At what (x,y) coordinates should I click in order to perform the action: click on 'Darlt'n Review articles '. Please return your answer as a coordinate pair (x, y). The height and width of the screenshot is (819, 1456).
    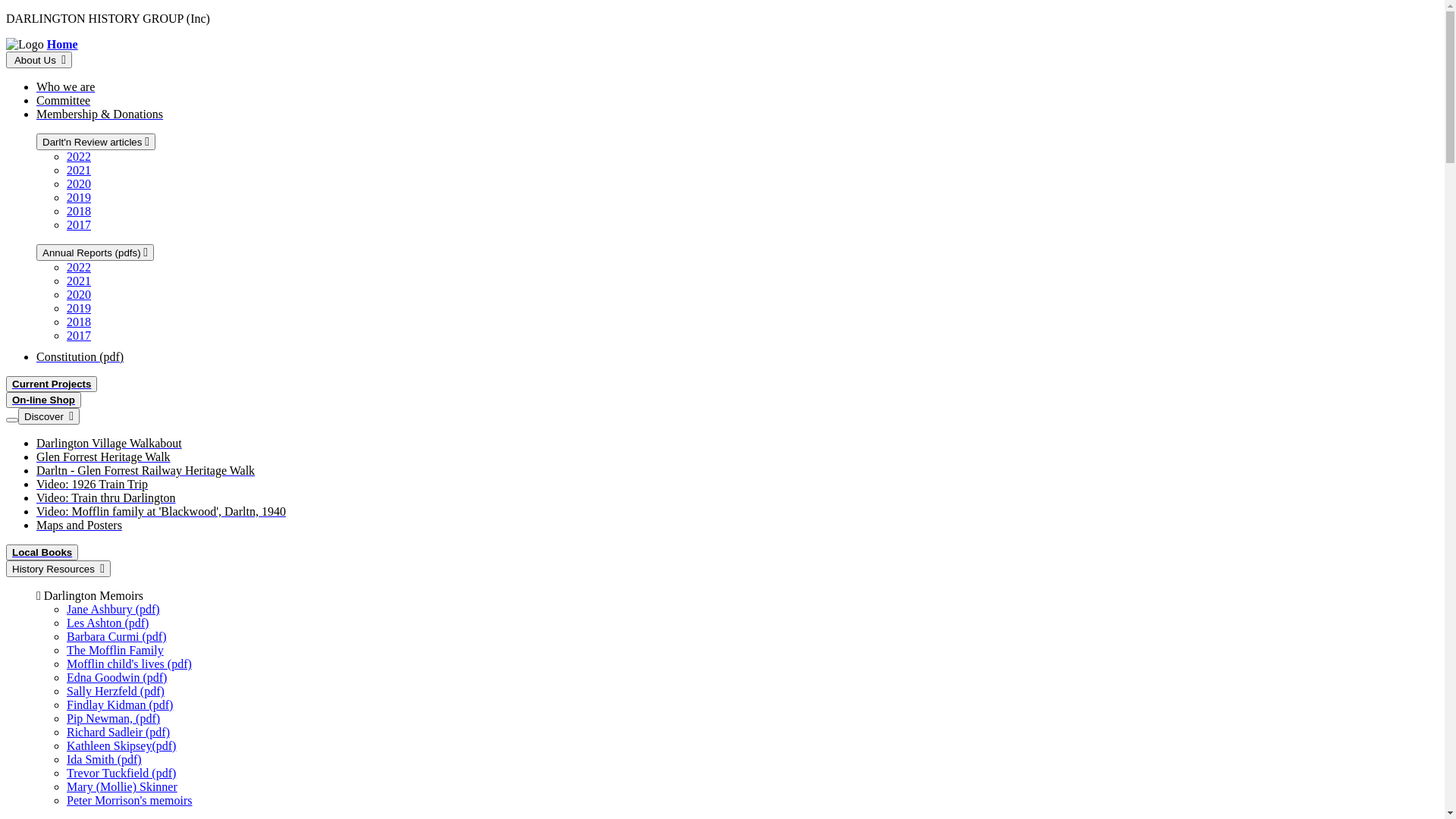
    Looking at the image, I should click on (95, 141).